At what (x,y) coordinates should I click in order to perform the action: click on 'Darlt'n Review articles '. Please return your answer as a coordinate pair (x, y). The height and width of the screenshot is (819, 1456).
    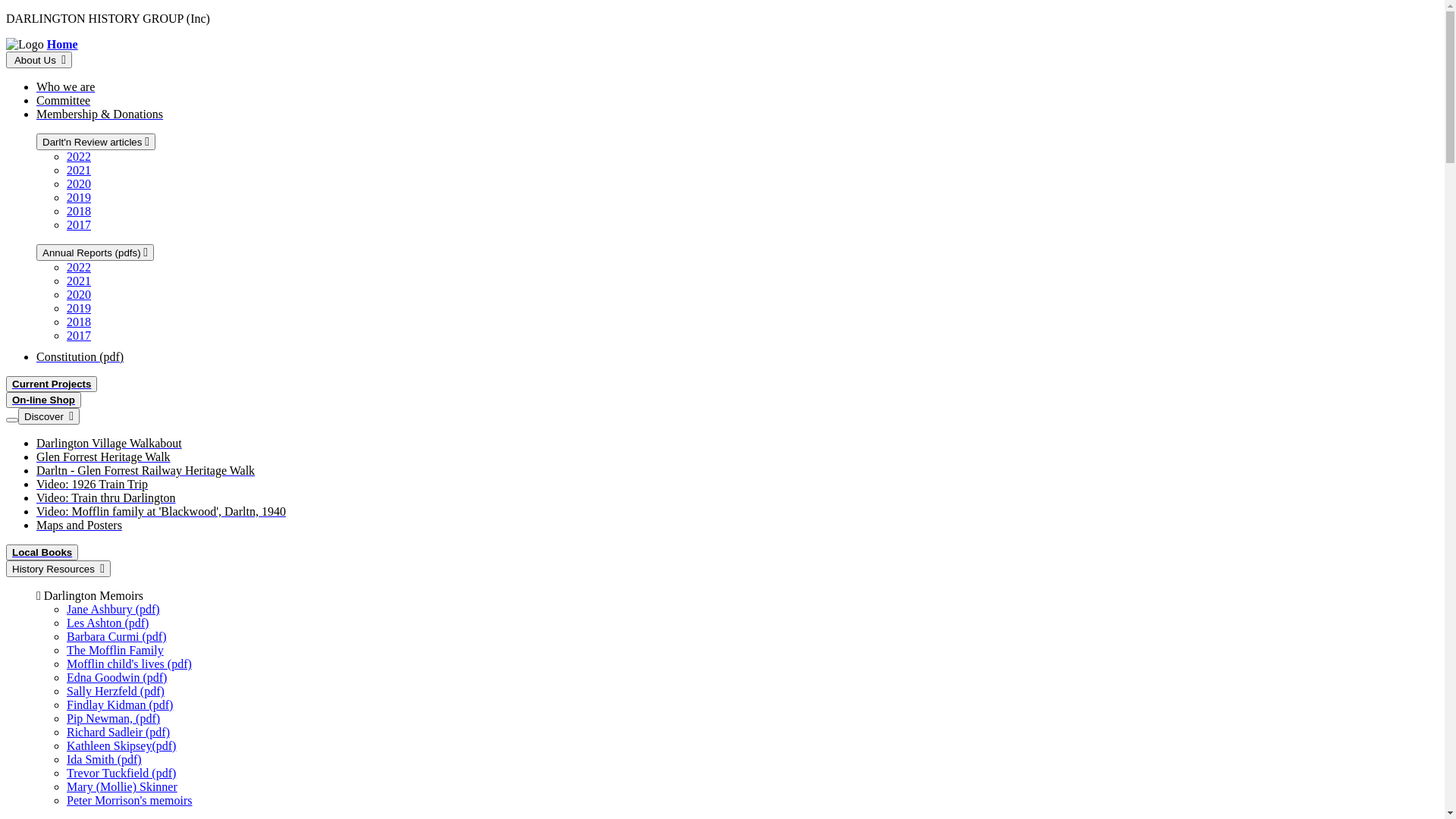
    Looking at the image, I should click on (95, 141).